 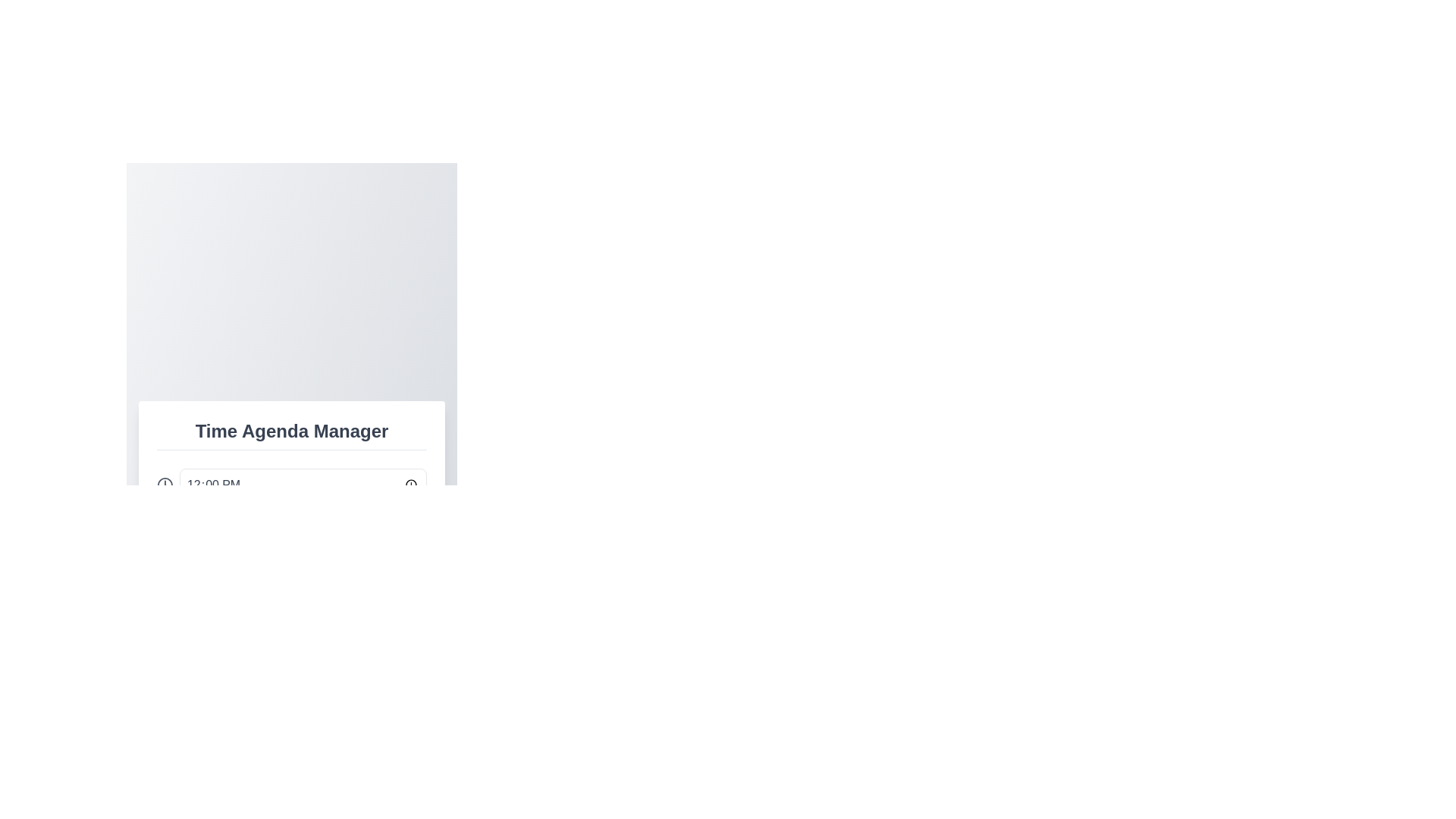 I want to click on the SVG circle element that is part of the clock icon within the 'Time Agenda Manager' UI section, so click(x=165, y=485).